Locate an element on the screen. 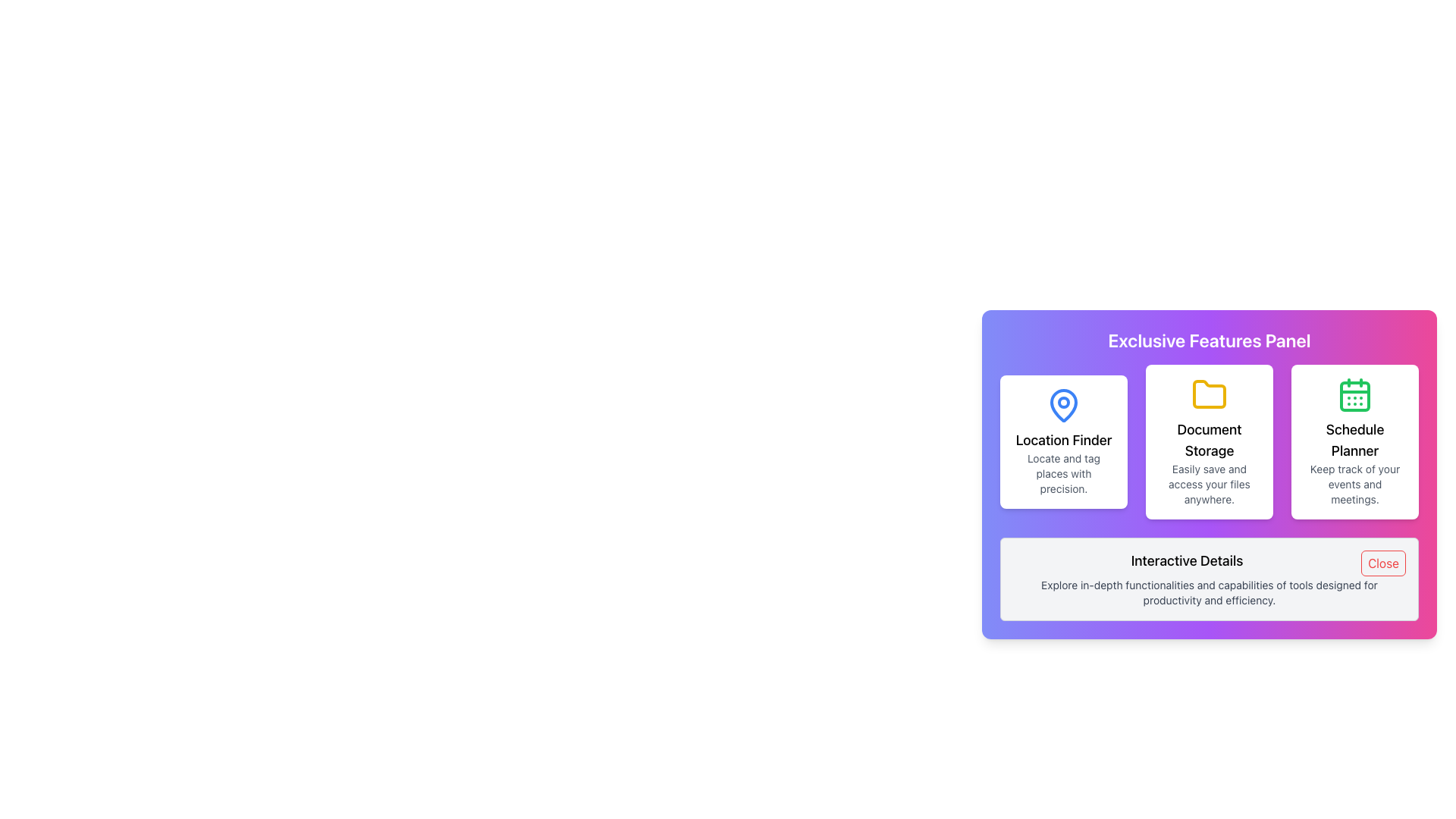 This screenshot has height=819, width=1456. the 'Schedule Planner' text label located in the rightmost card of the 'Exclusive Features Panel', positioned beneath the green calendar icon is located at coordinates (1354, 441).